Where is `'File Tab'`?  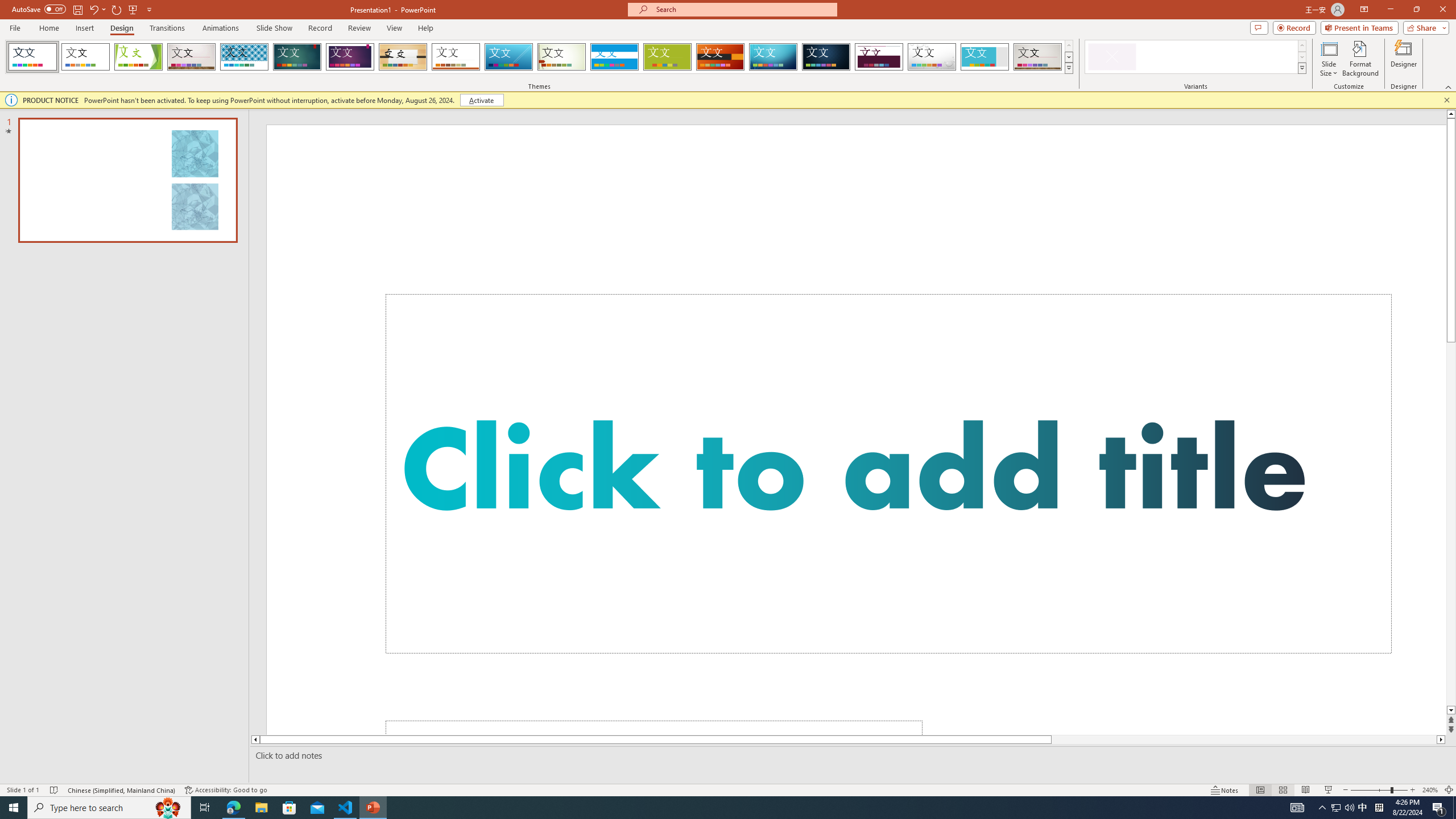 'File Tab' is located at coordinates (14, 27).